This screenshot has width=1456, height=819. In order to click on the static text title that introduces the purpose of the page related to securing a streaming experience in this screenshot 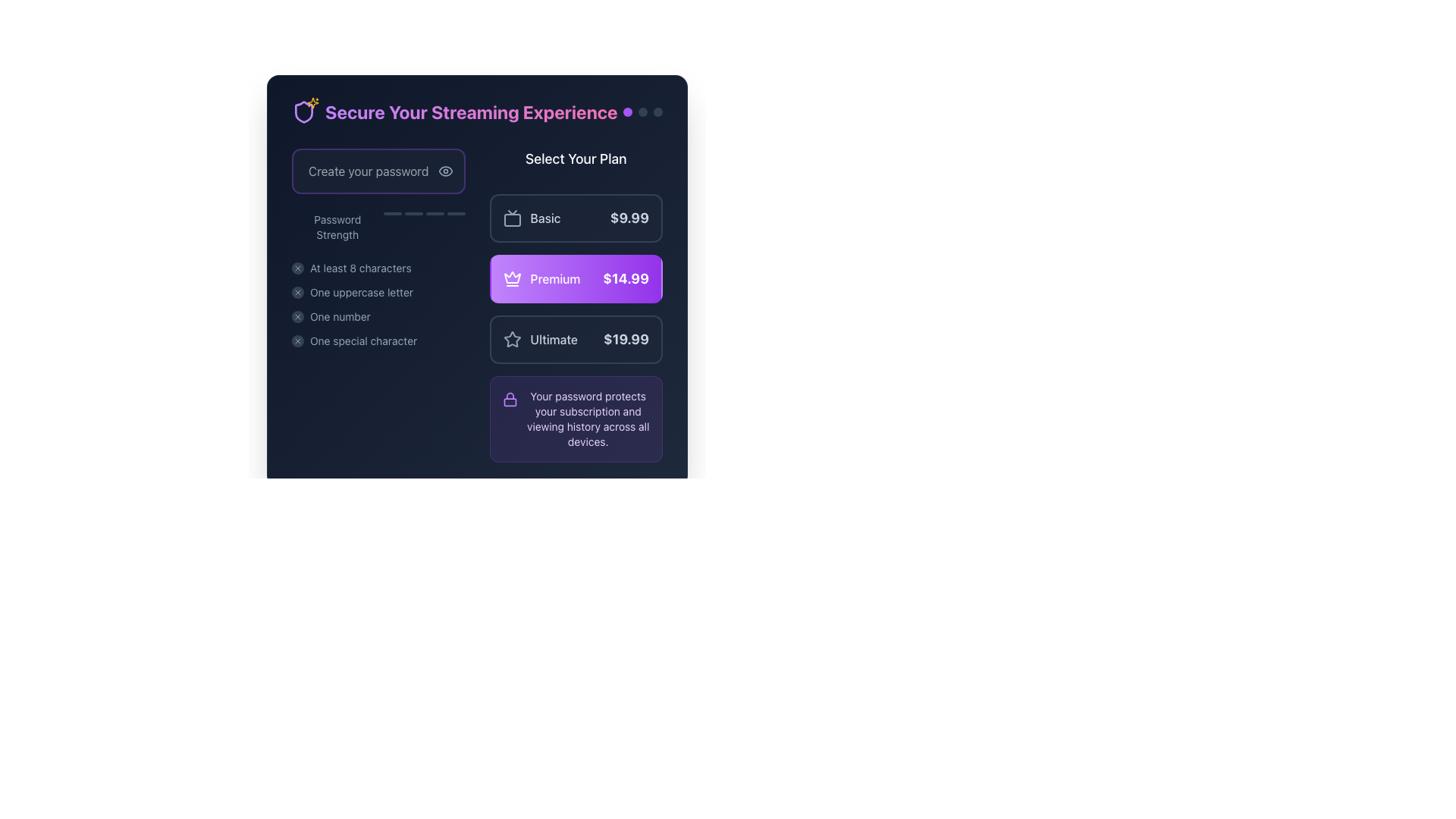, I will do `click(470, 111)`.